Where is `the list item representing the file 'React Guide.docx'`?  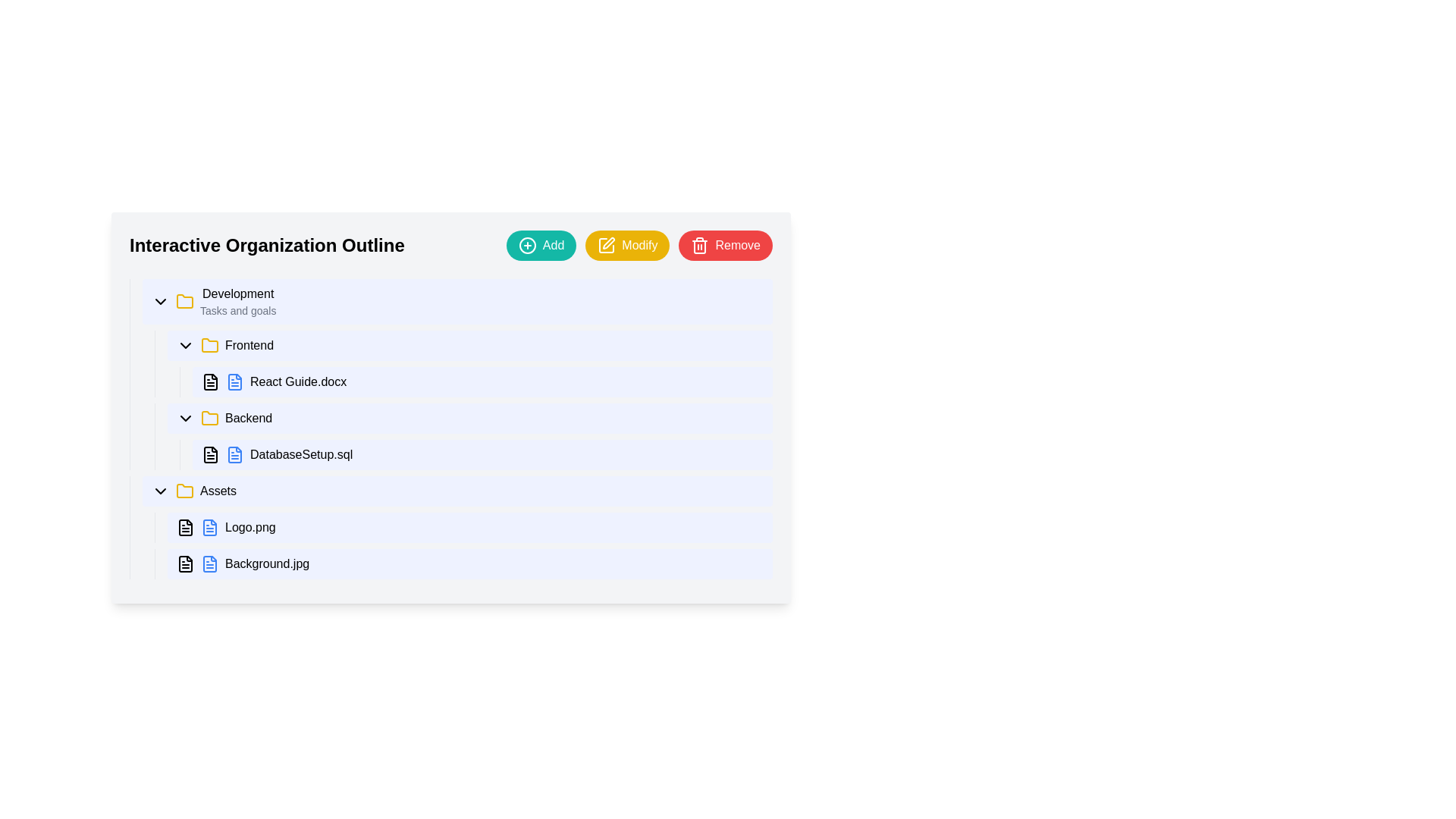 the list item representing the file 'React Guide.docx' is located at coordinates (469, 381).